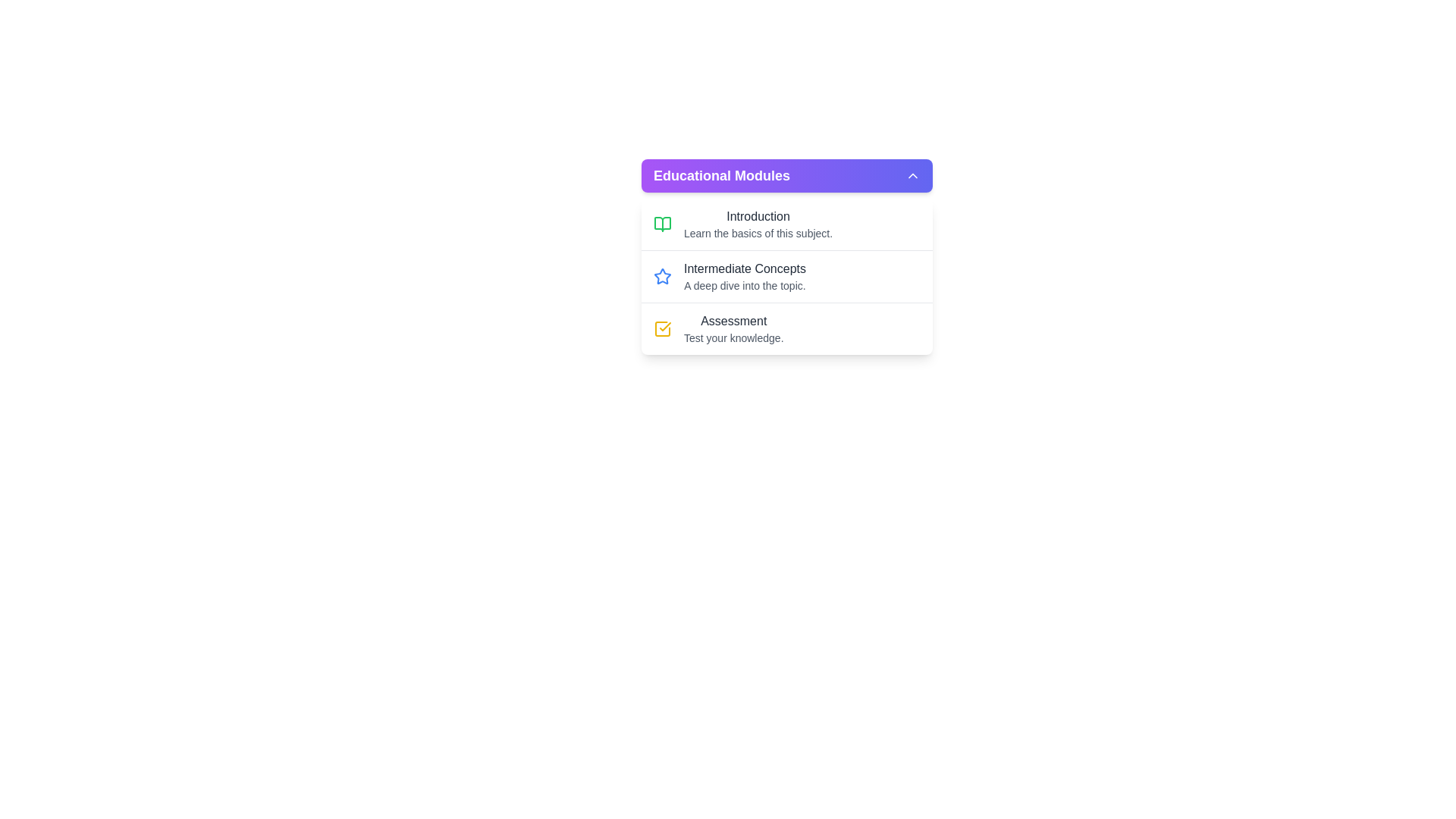 This screenshot has width=1456, height=819. I want to click on the text label element that contains the word 'Assessment', which is styled with a medium-weight font and gray color, located to the right of a checkbox icon and above the subtext 'Test your knowledge', so click(733, 321).